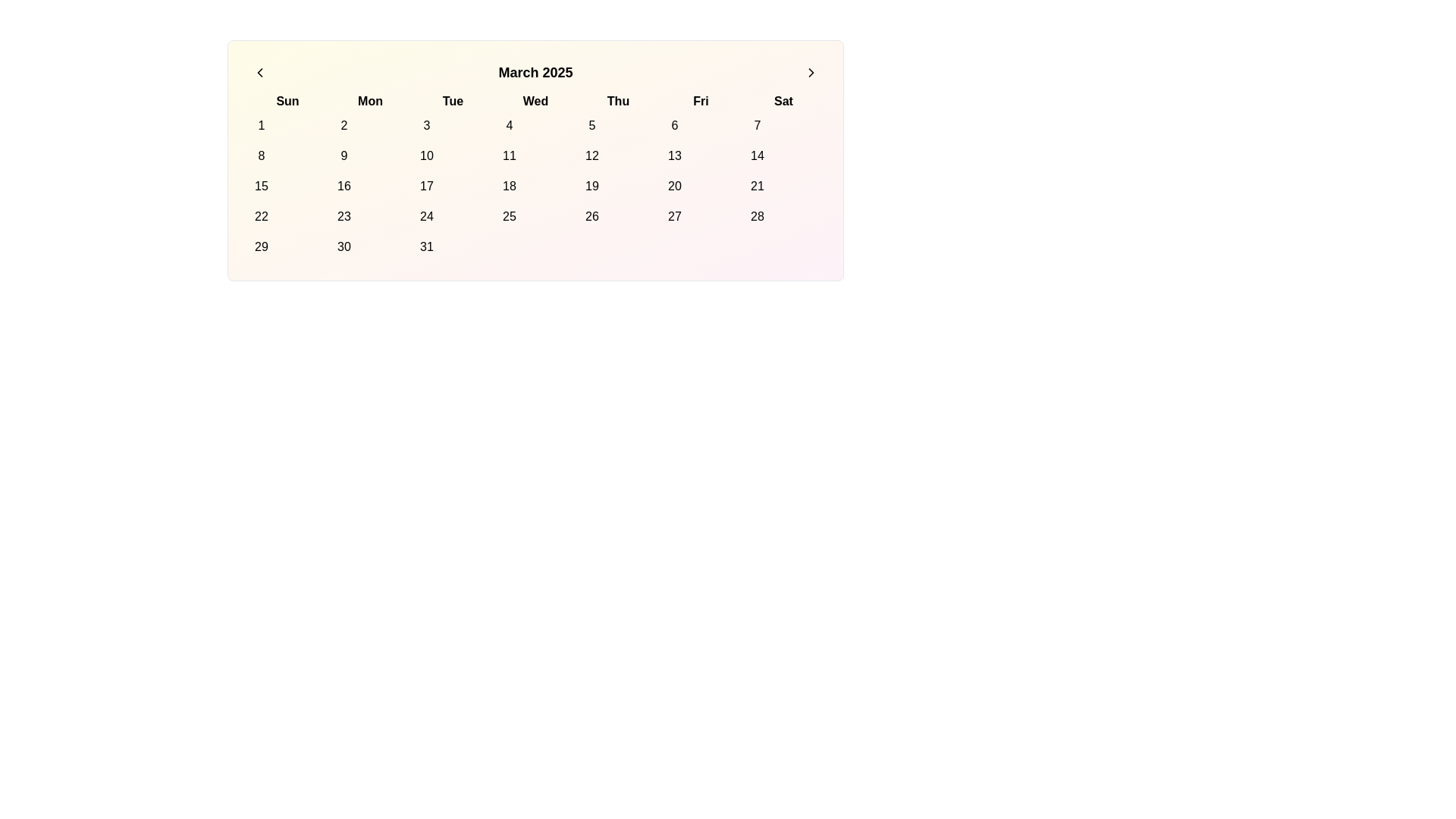 The image size is (1456, 819). I want to click on the rounded button labeled '29' in the first column of the last row under the calendar view for March 2025, so click(262, 246).